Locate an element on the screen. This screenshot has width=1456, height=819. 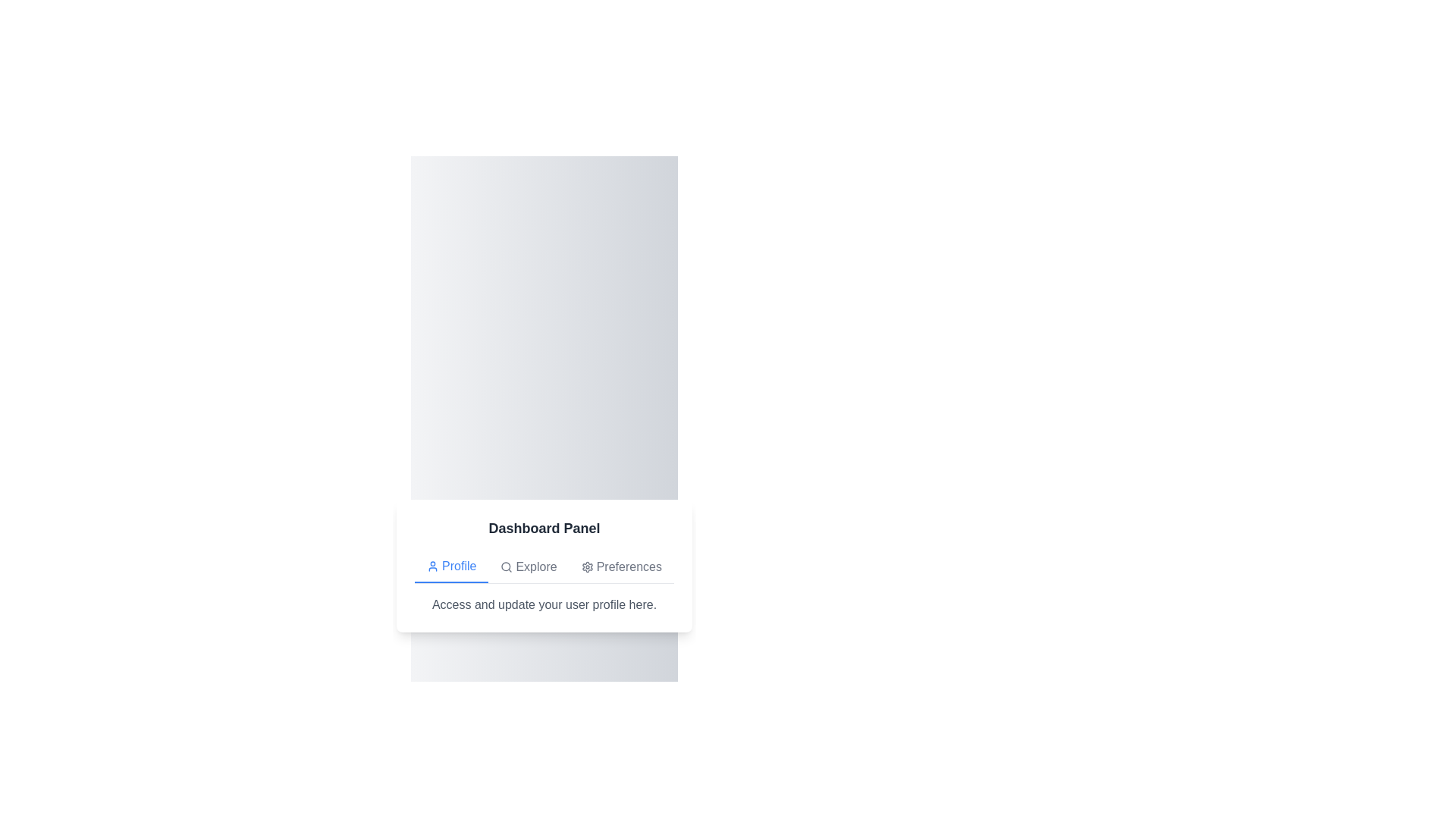
the 'Profile' tab button, which is the first tab in the navigation bar is located at coordinates (450, 566).